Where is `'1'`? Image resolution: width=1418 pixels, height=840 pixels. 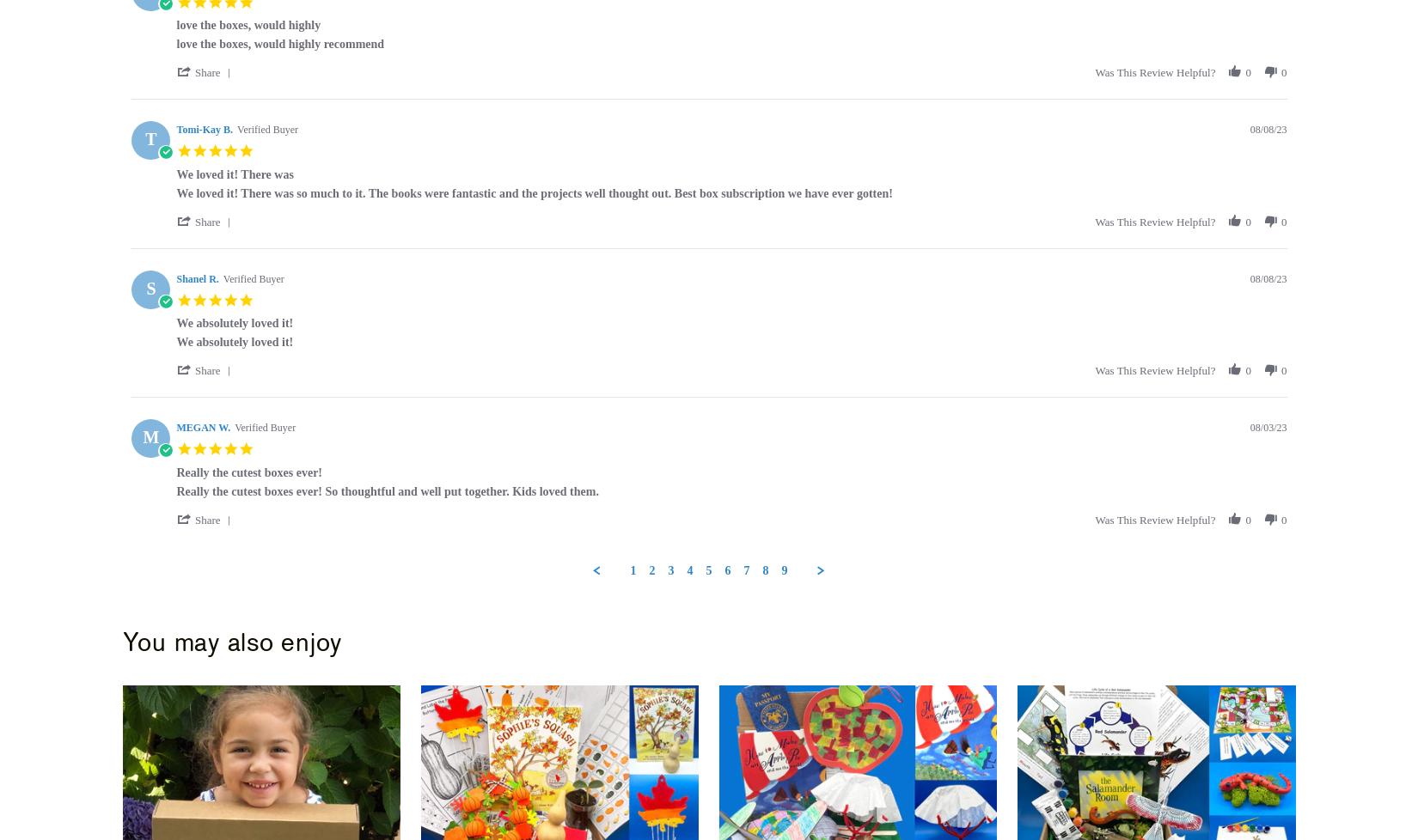
'1' is located at coordinates (632, 569).